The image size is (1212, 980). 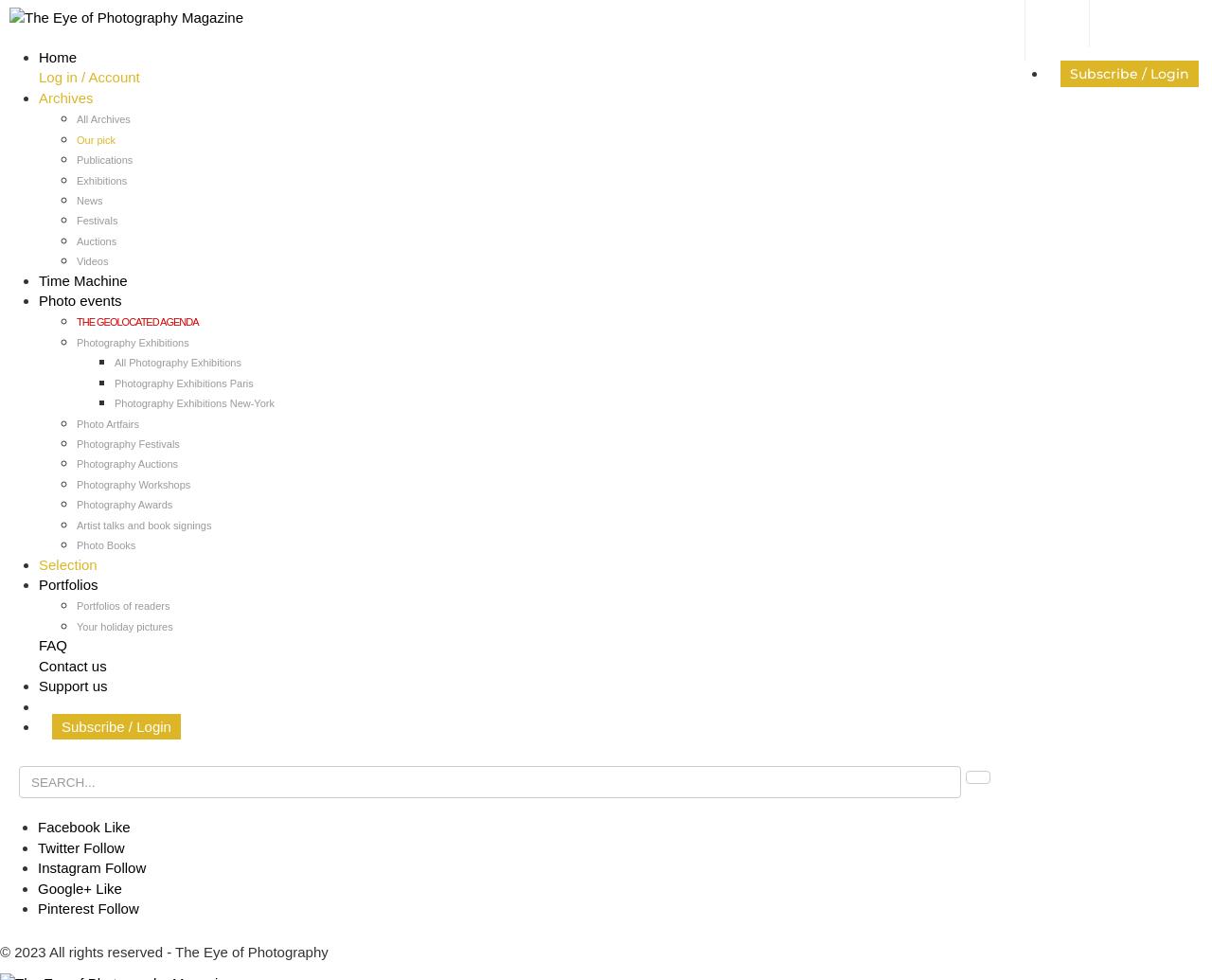 What do you see at coordinates (76, 118) in the screenshot?
I see `'All Archives'` at bounding box center [76, 118].